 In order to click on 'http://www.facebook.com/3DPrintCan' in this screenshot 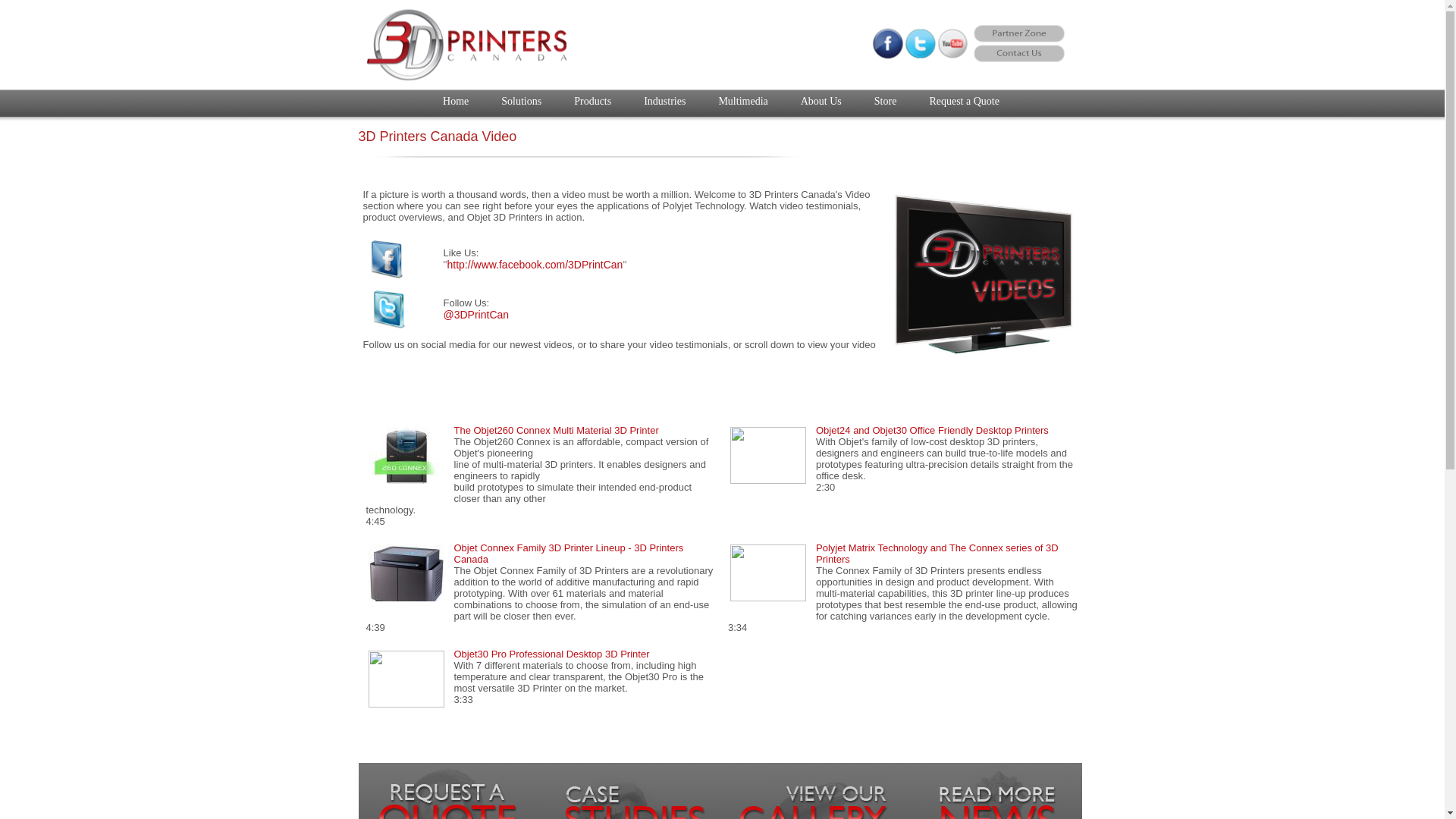, I will do `click(535, 265)`.